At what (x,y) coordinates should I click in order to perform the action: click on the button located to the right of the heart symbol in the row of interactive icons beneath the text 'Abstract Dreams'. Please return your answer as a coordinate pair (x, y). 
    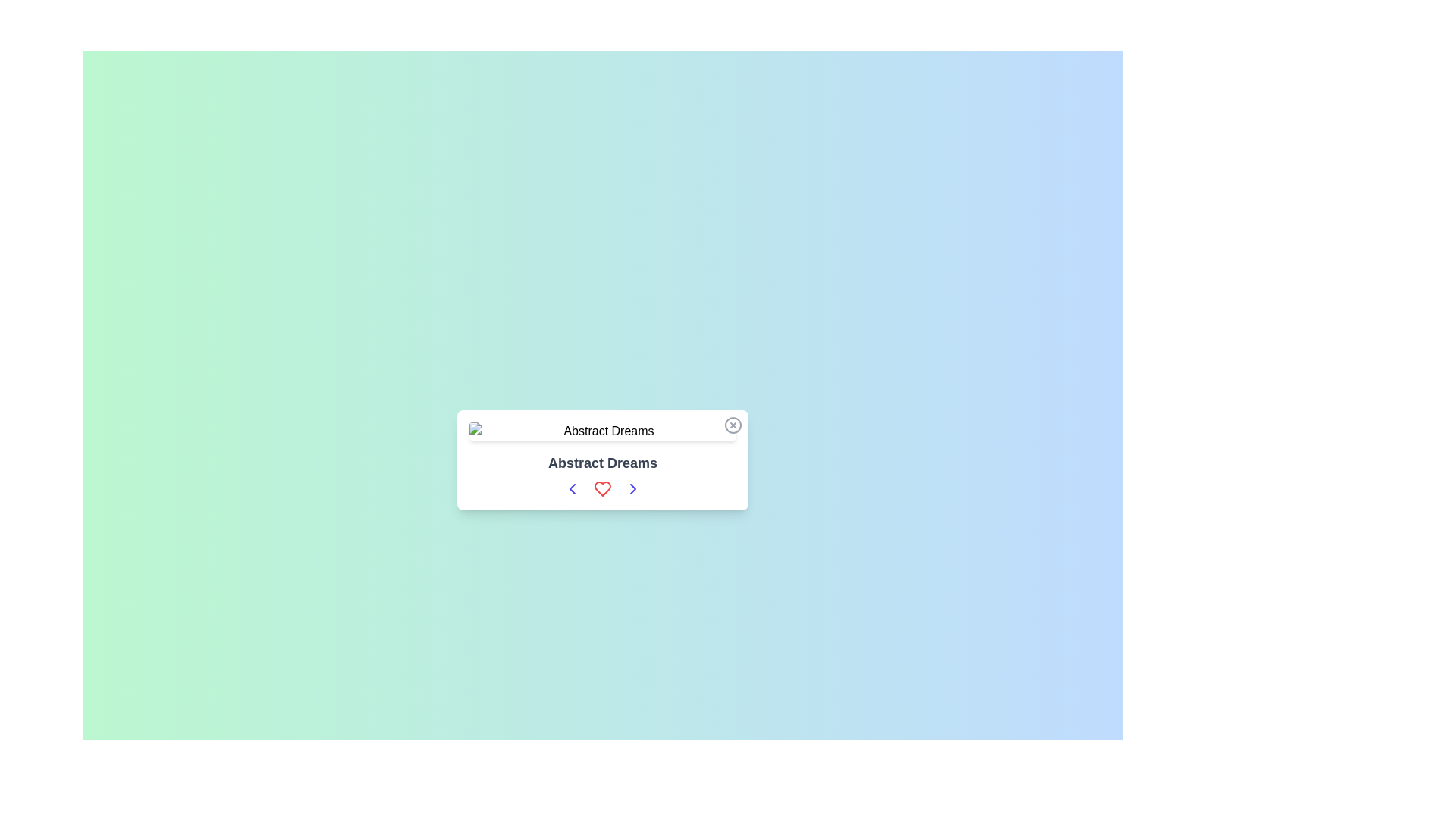
    Looking at the image, I should click on (633, 488).